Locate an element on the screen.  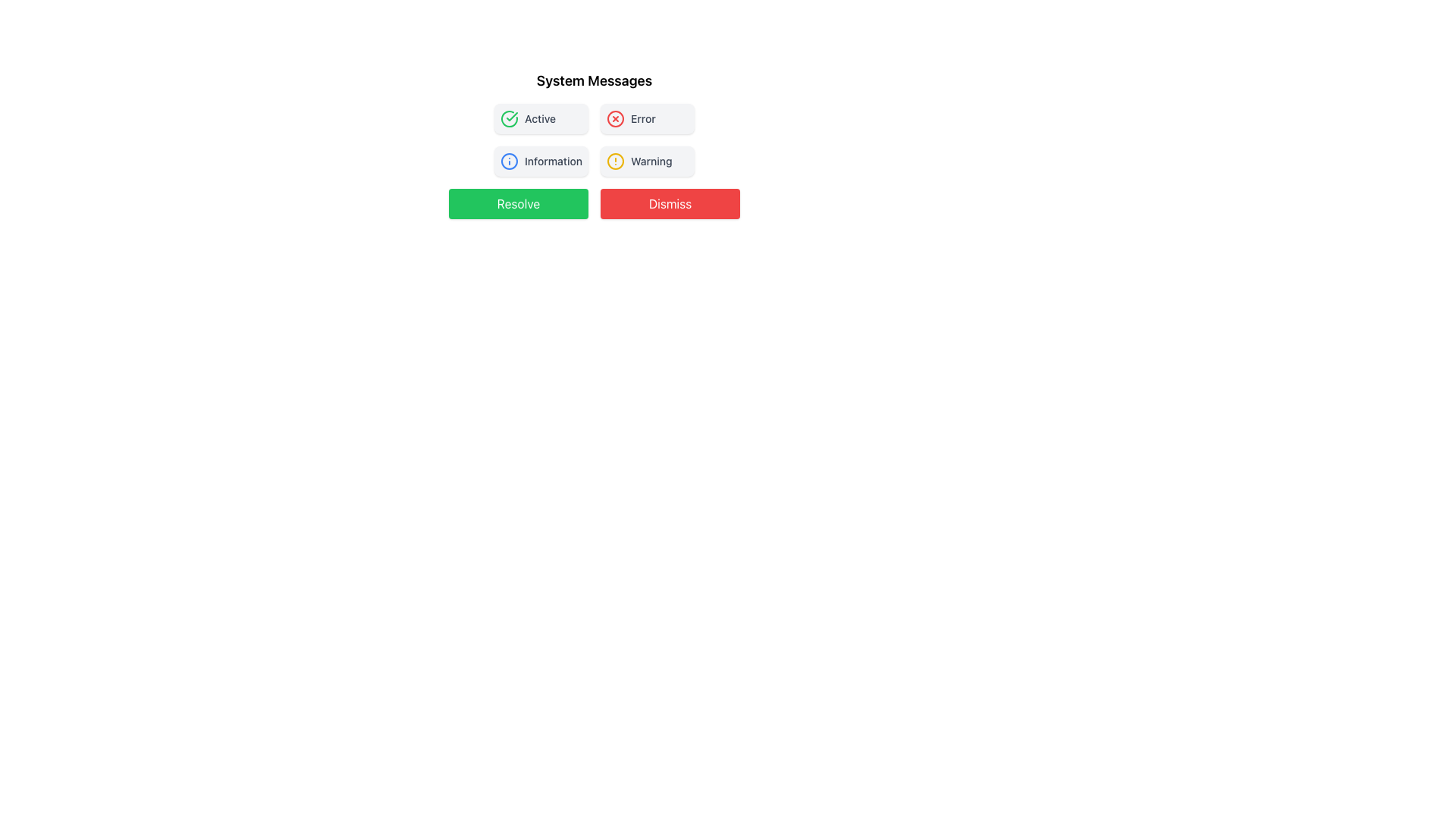
the red 'Dismiss' button with white text is located at coordinates (669, 203).